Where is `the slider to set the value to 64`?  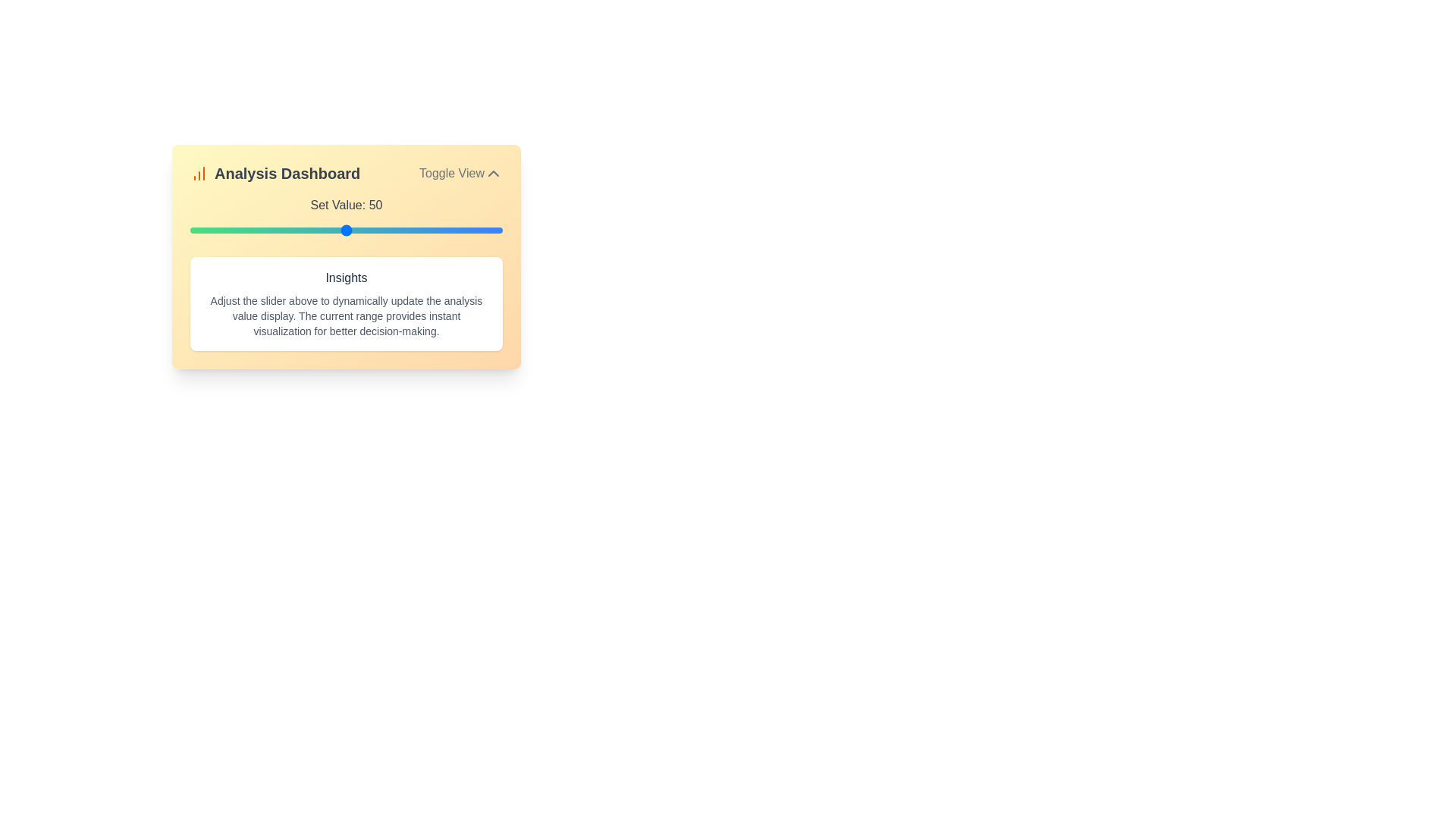
the slider to set the value to 64 is located at coordinates (390, 231).